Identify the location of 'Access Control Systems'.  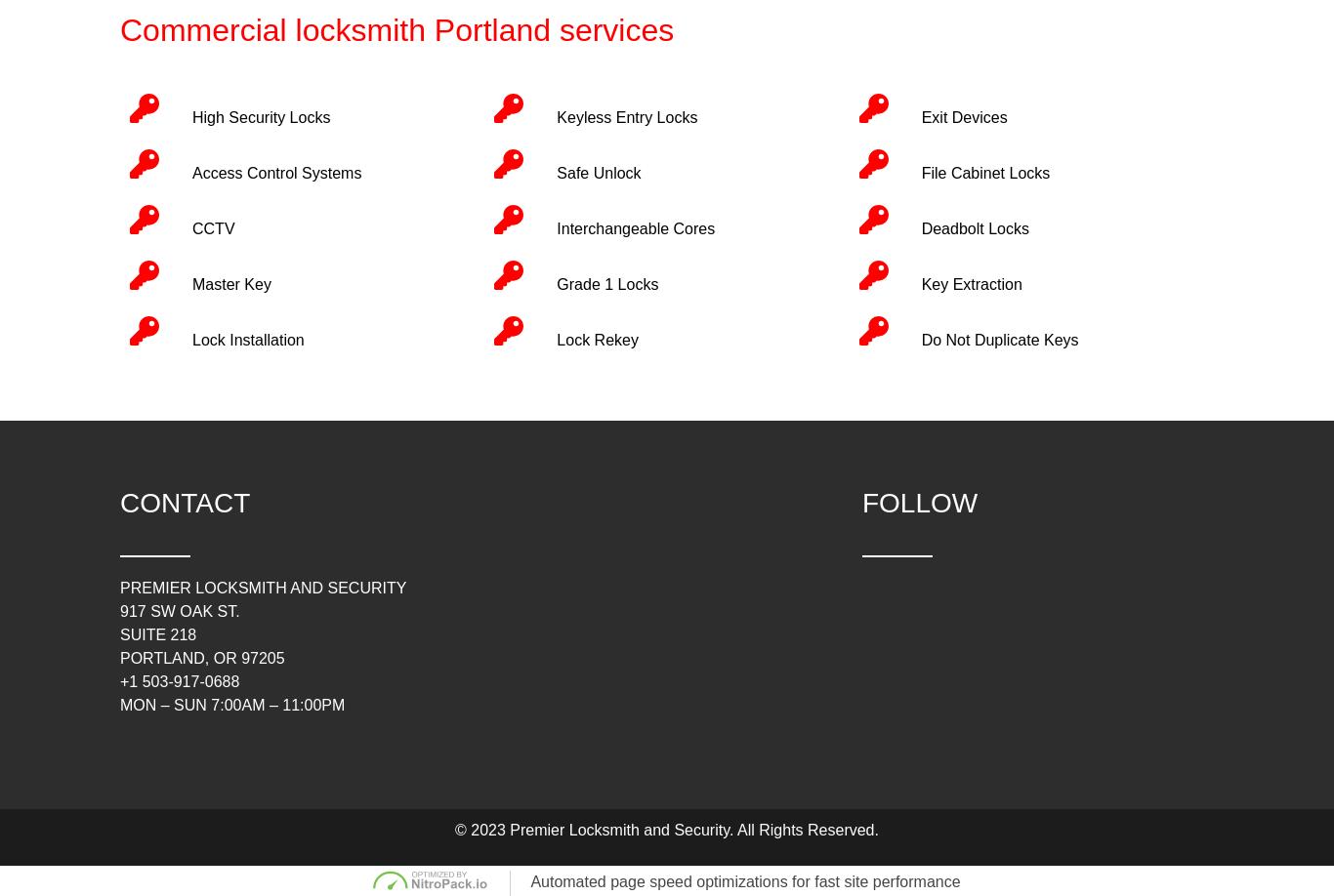
(276, 172).